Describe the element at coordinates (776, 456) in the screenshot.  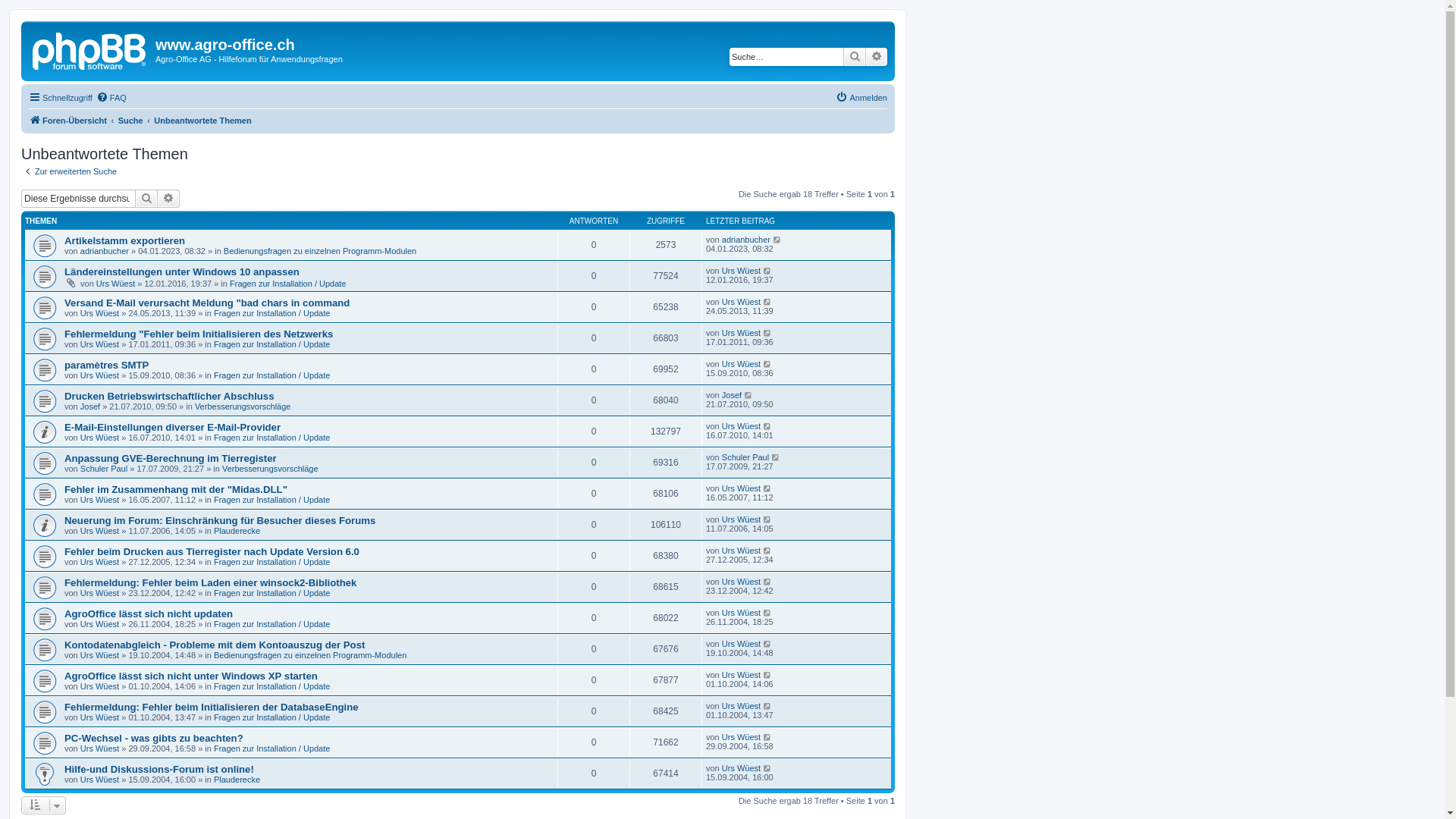
I see `'Gehe zum letzten Beitrag'` at that location.